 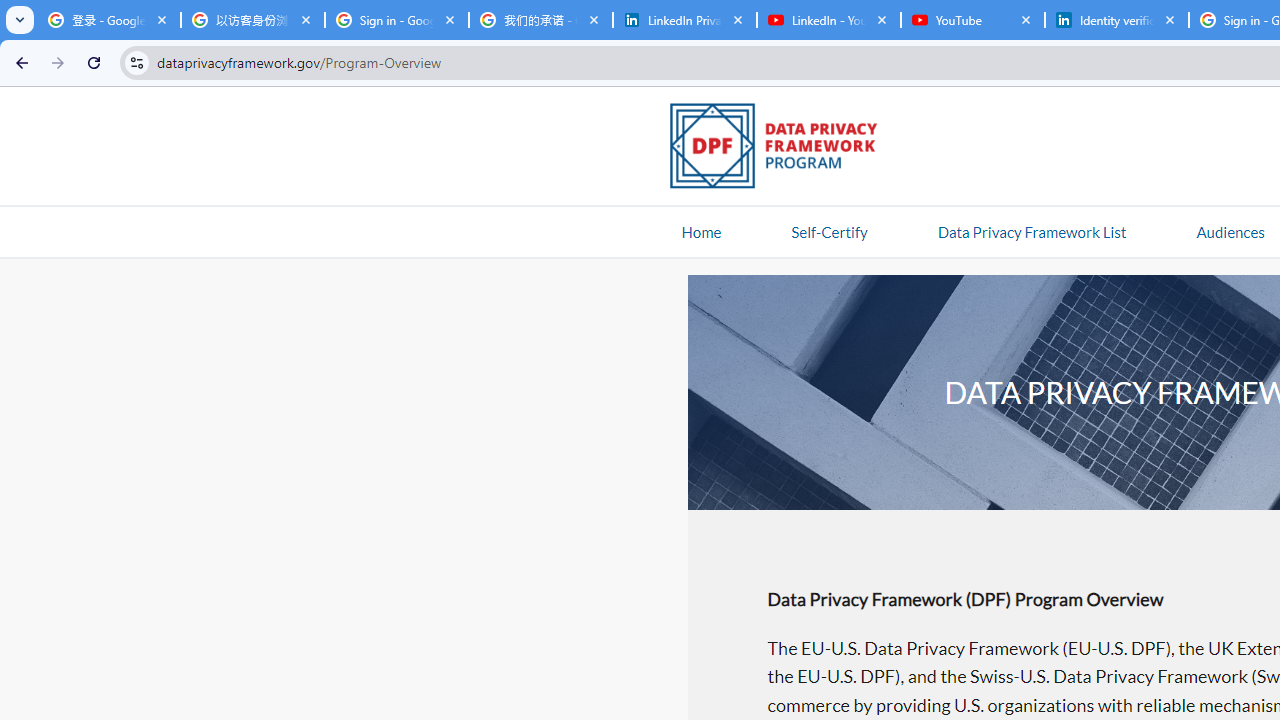 I want to click on 'LinkedIn - YouTube', so click(x=828, y=20).